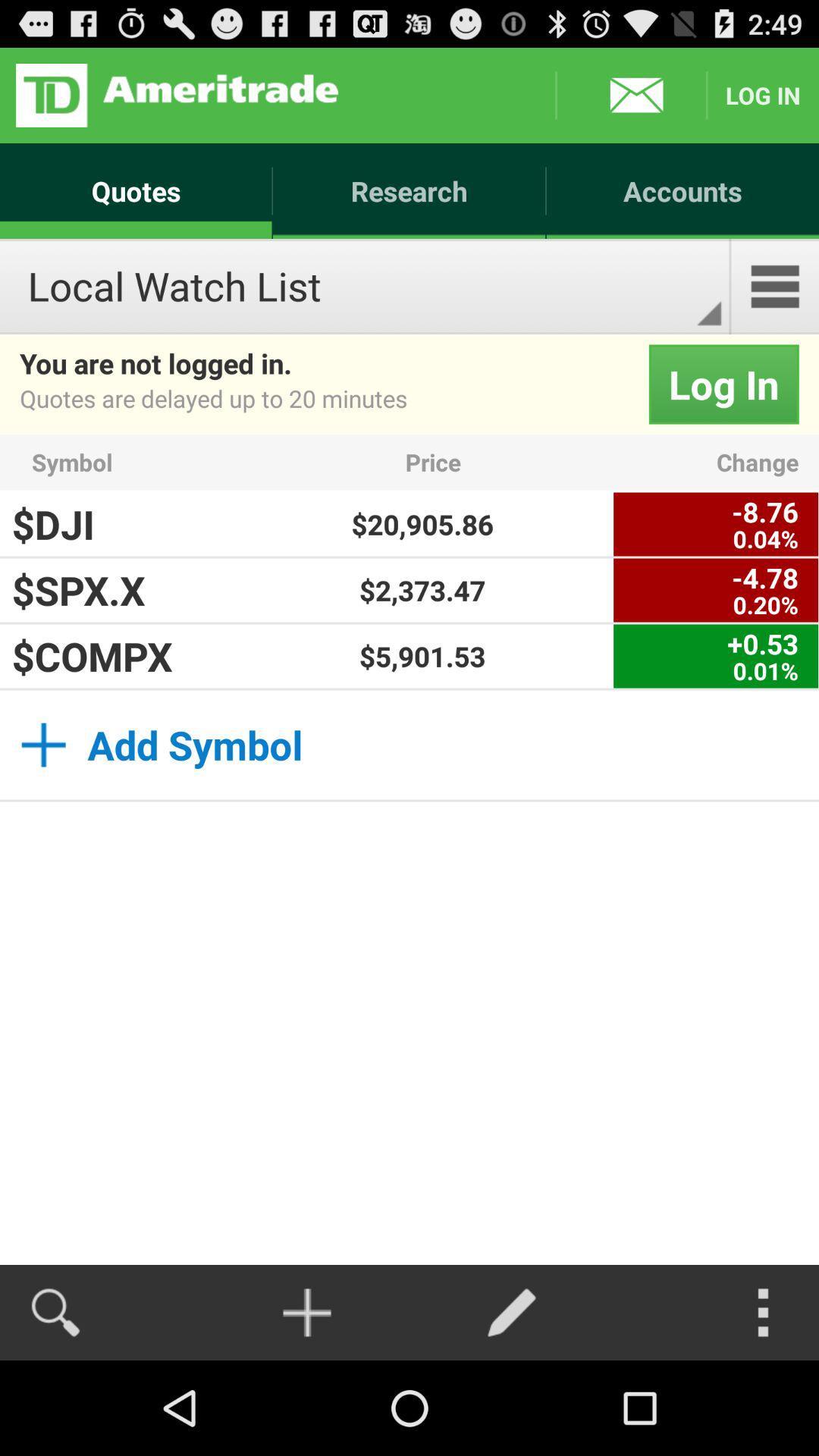 This screenshot has width=819, height=1456. Describe the element at coordinates (716, 524) in the screenshot. I see `icon next to $20,905.86 item` at that location.